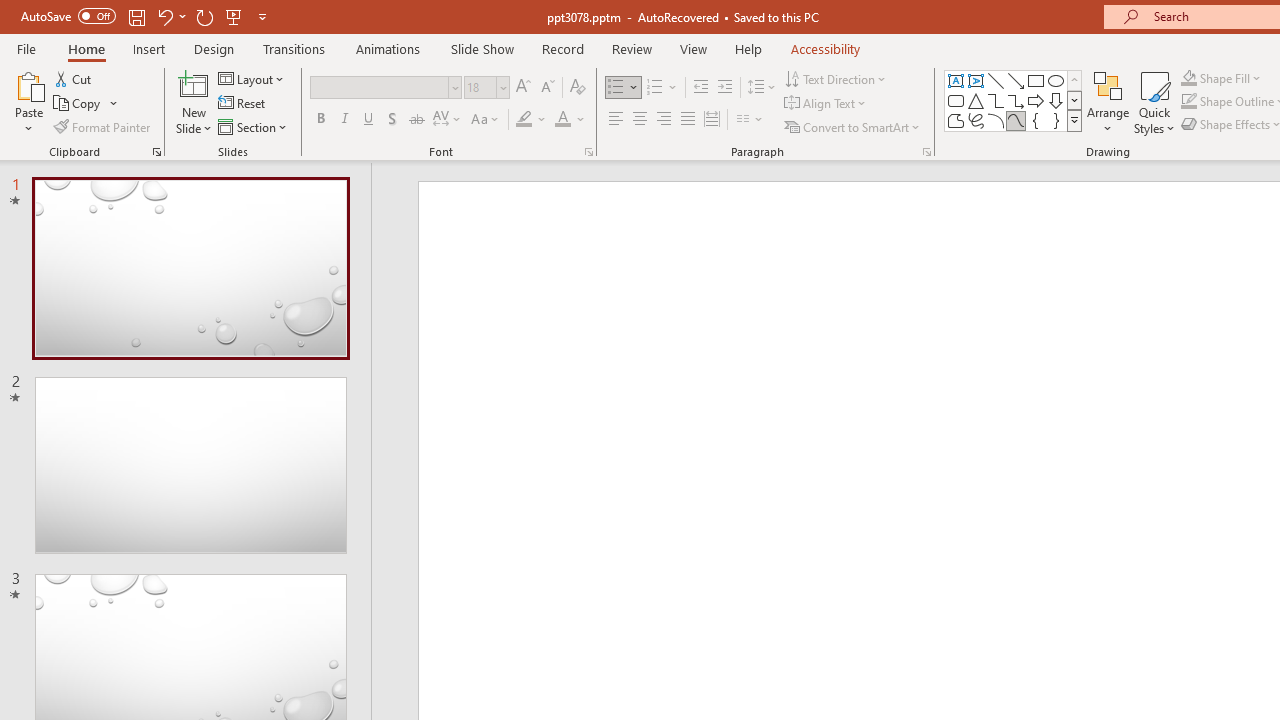 Image resolution: width=1280 pixels, height=720 pixels. Describe the element at coordinates (392, 119) in the screenshot. I see `'Shadow'` at that location.